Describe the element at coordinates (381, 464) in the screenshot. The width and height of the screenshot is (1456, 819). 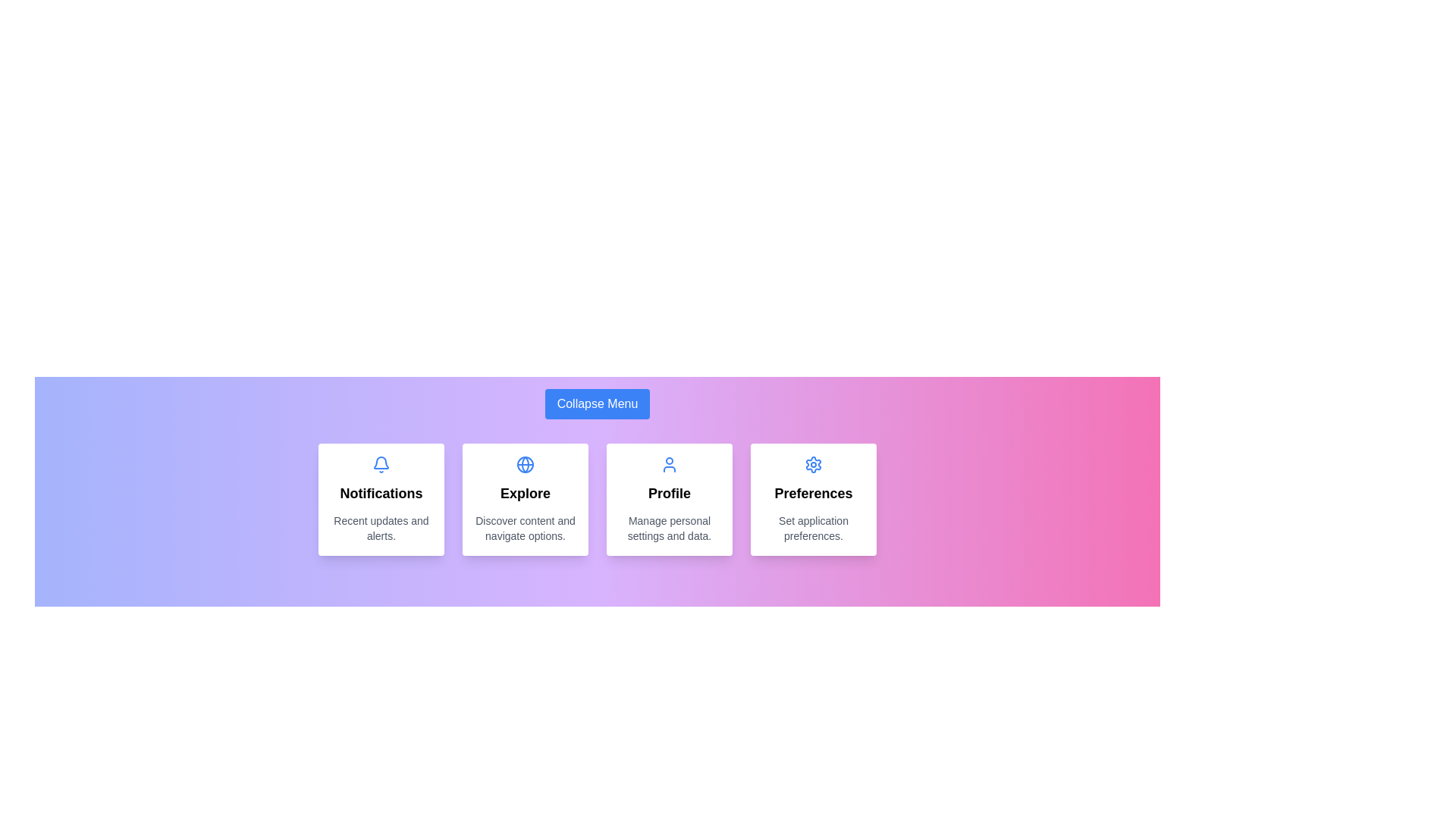
I see `the icon corresponding to the menu item Notifications` at that location.